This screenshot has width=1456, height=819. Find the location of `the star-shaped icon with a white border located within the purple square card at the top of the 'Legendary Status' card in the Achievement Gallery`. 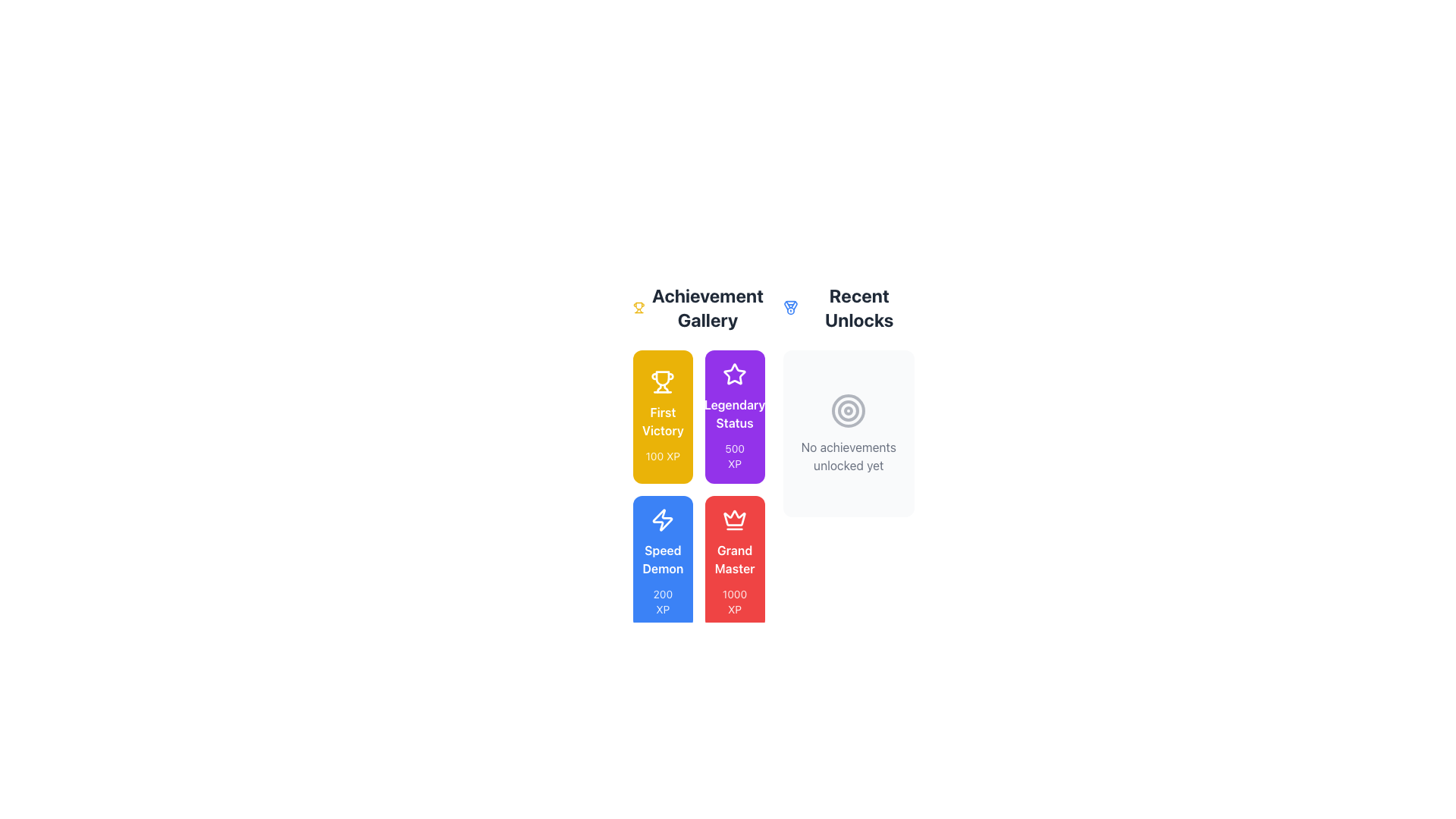

the star-shaped icon with a white border located within the purple square card at the top of the 'Legendary Status' card in the Achievement Gallery is located at coordinates (735, 374).